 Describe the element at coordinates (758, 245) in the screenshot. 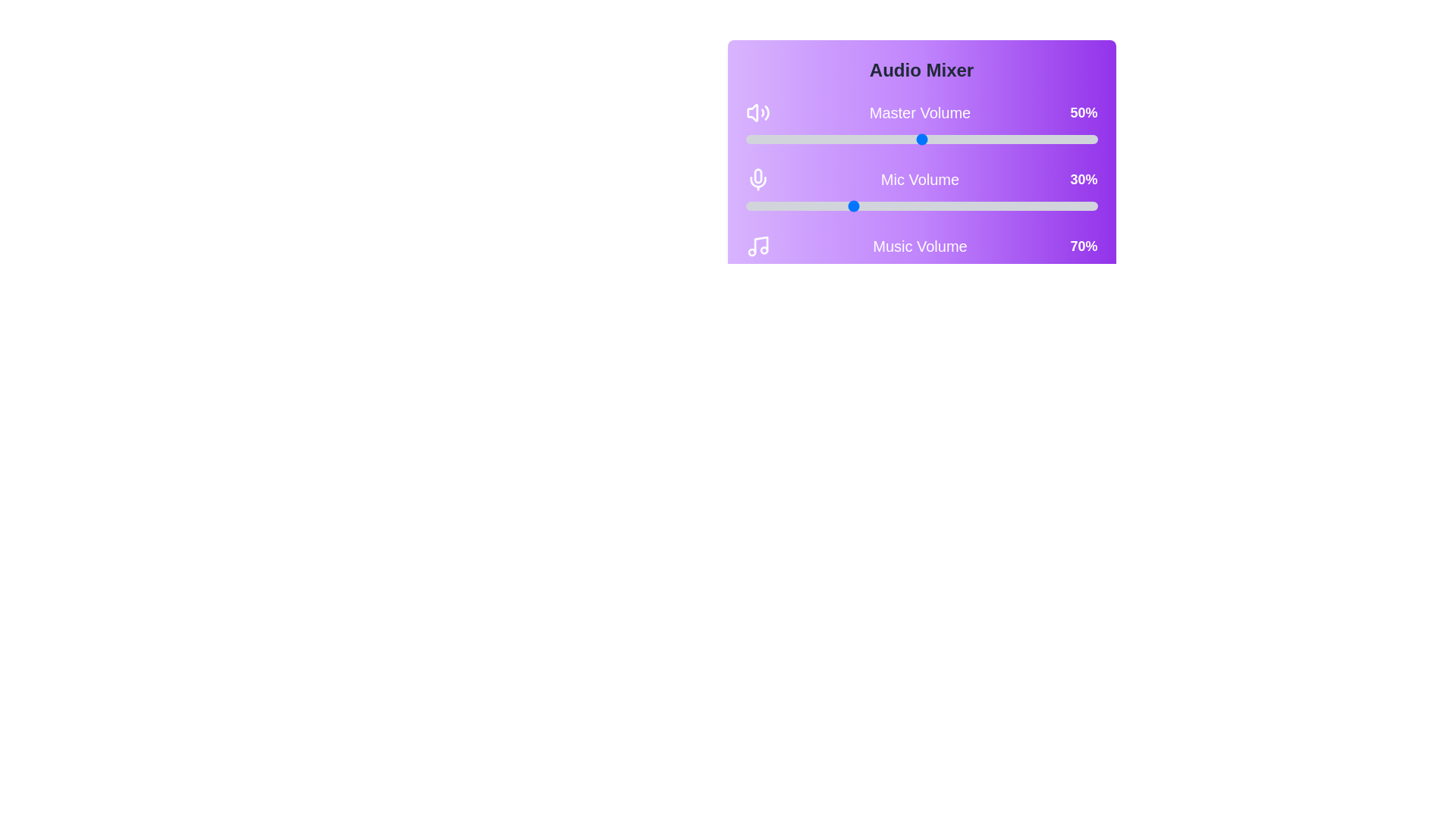

I see `the music volume icon located in the lower portion of the purple toolbar labeled 'Audio Mixer', which is the leftmost element before the title 'Music Volume' and the '70%' value indicator` at that location.